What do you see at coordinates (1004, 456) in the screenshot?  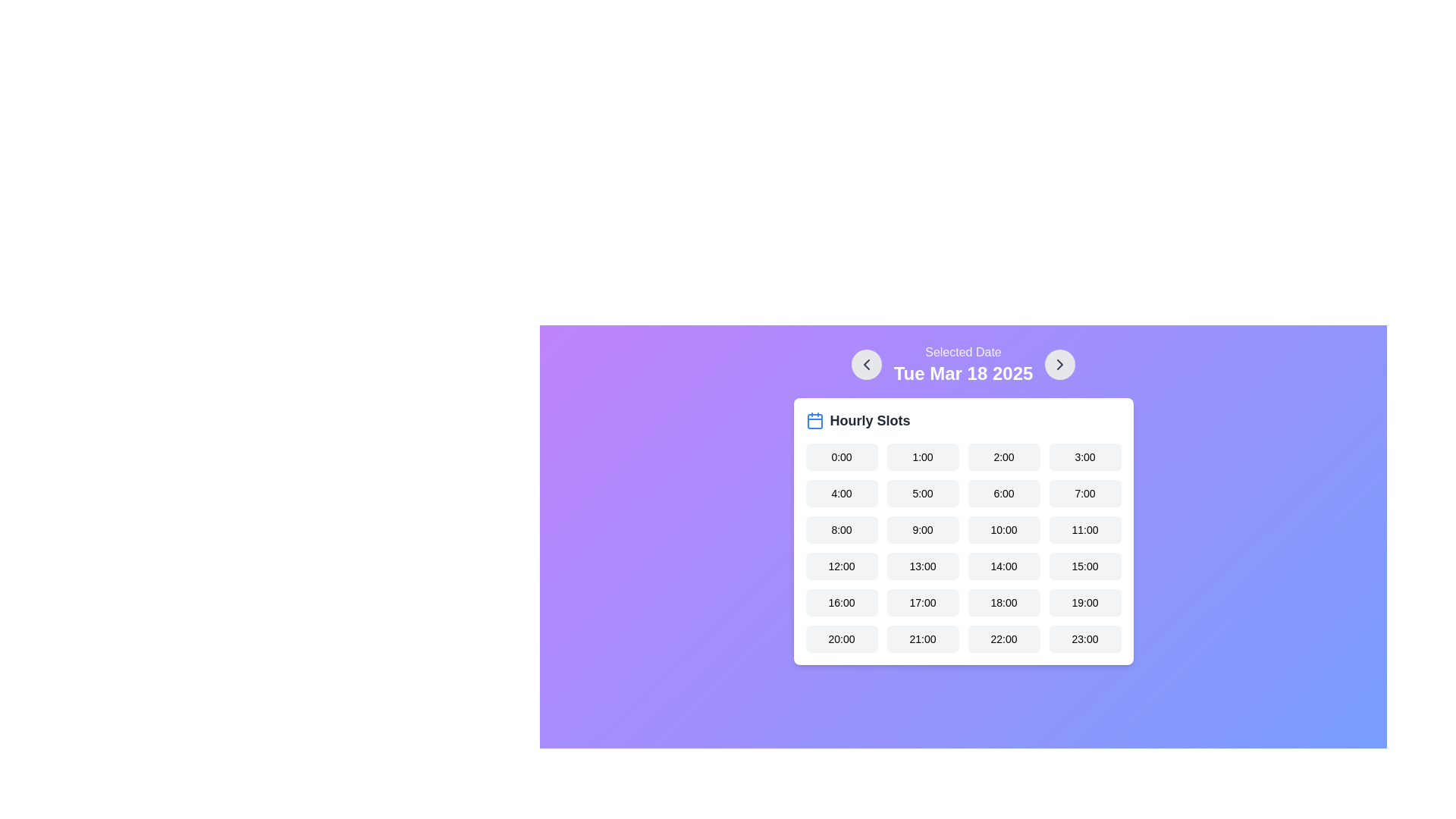 I see `the selectable time slot button labeled '2:00' located in the first row, third column of the hourly time slots grid` at bounding box center [1004, 456].